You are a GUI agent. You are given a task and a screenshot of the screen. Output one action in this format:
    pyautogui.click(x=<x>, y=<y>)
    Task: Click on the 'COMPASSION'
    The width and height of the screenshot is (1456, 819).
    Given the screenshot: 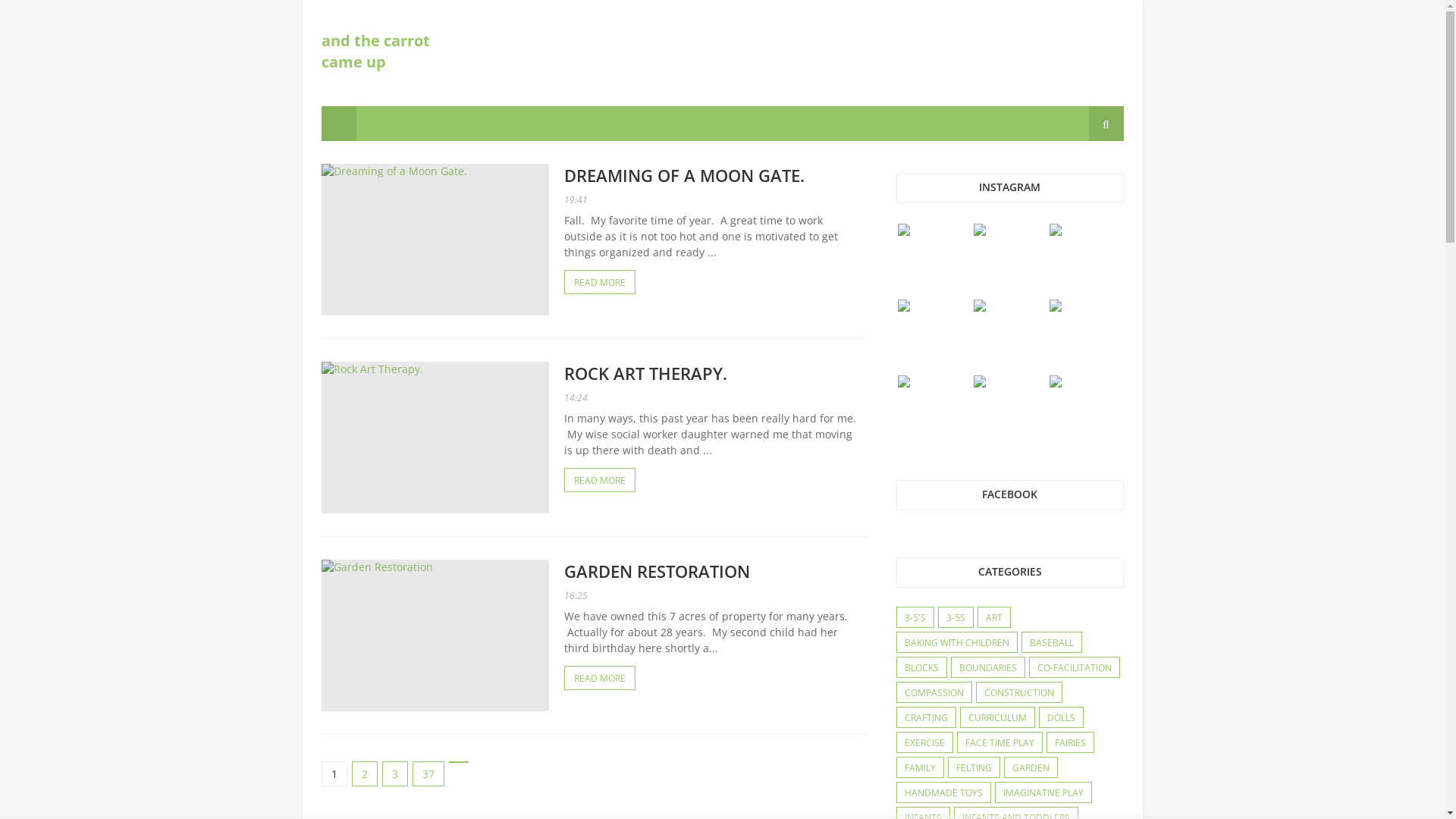 What is the action you would take?
    pyautogui.click(x=932, y=693)
    